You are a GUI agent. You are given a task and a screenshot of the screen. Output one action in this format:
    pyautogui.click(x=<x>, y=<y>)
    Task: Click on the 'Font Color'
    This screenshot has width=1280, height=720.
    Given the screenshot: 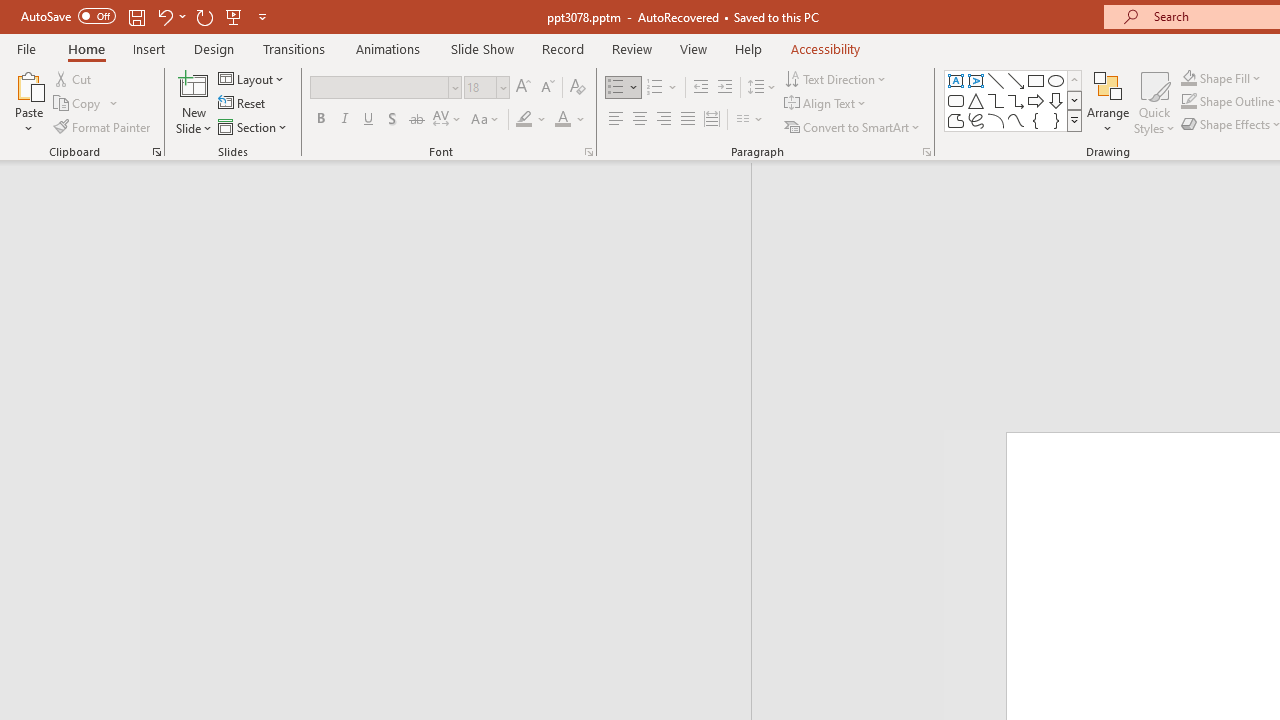 What is the action you would take?
    pyautogui.click(x=569, y=119)
    